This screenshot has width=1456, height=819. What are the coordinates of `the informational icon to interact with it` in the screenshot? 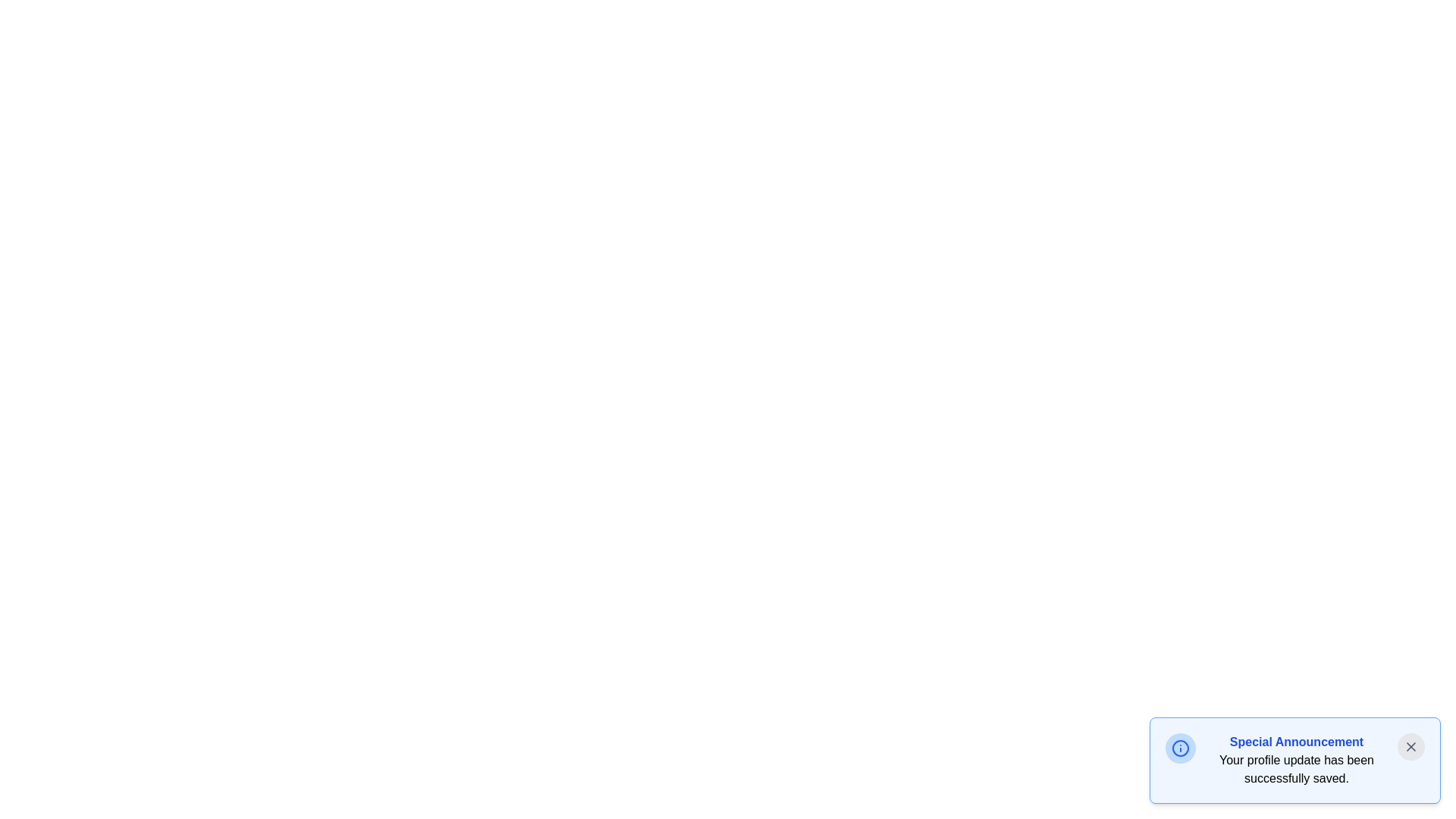 It's located at (1179, 748).